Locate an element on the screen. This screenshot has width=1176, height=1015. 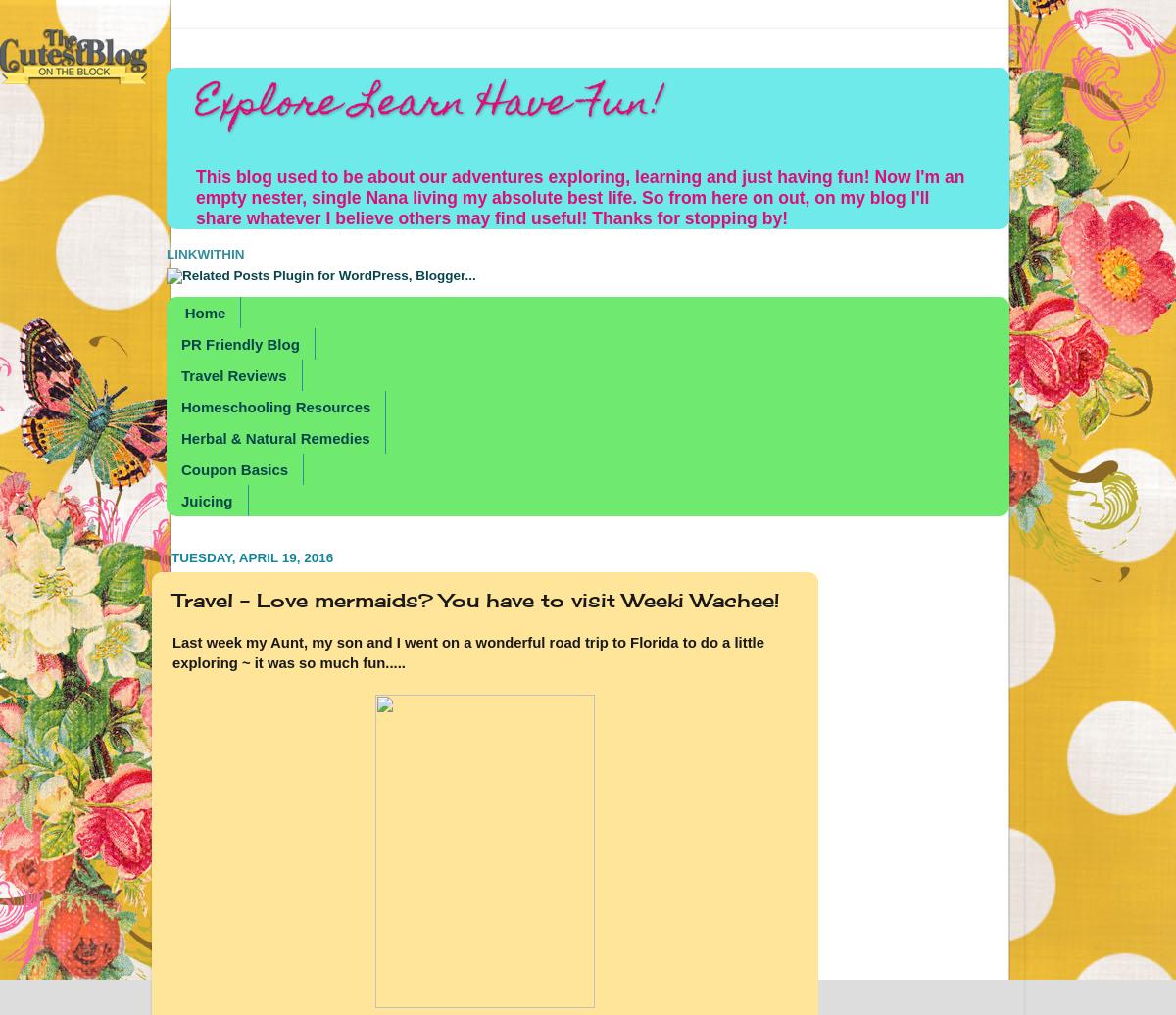
'Last week my Aunt, my son and I went on a wonderful road trip to Florida to do a little exploring ~ it was so much fun.....' is located at coordinates (466, 652).